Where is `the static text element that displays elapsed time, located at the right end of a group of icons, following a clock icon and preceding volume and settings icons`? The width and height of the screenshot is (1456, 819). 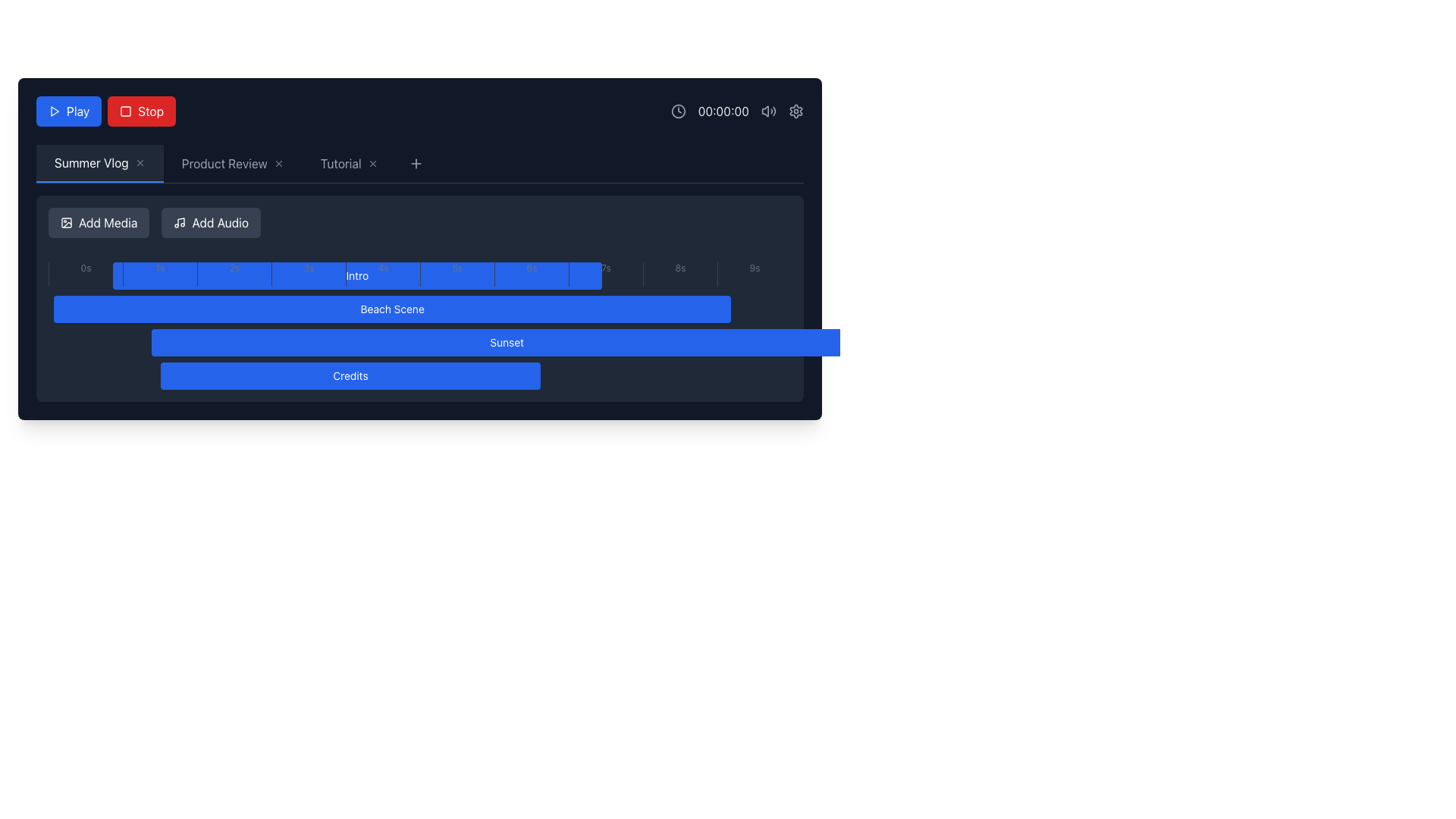 the static text element that displays elapsed time, located at the right end of a group of icons, following a clock icon and preceding volume and settings icons is located at coordinates (737, 110).